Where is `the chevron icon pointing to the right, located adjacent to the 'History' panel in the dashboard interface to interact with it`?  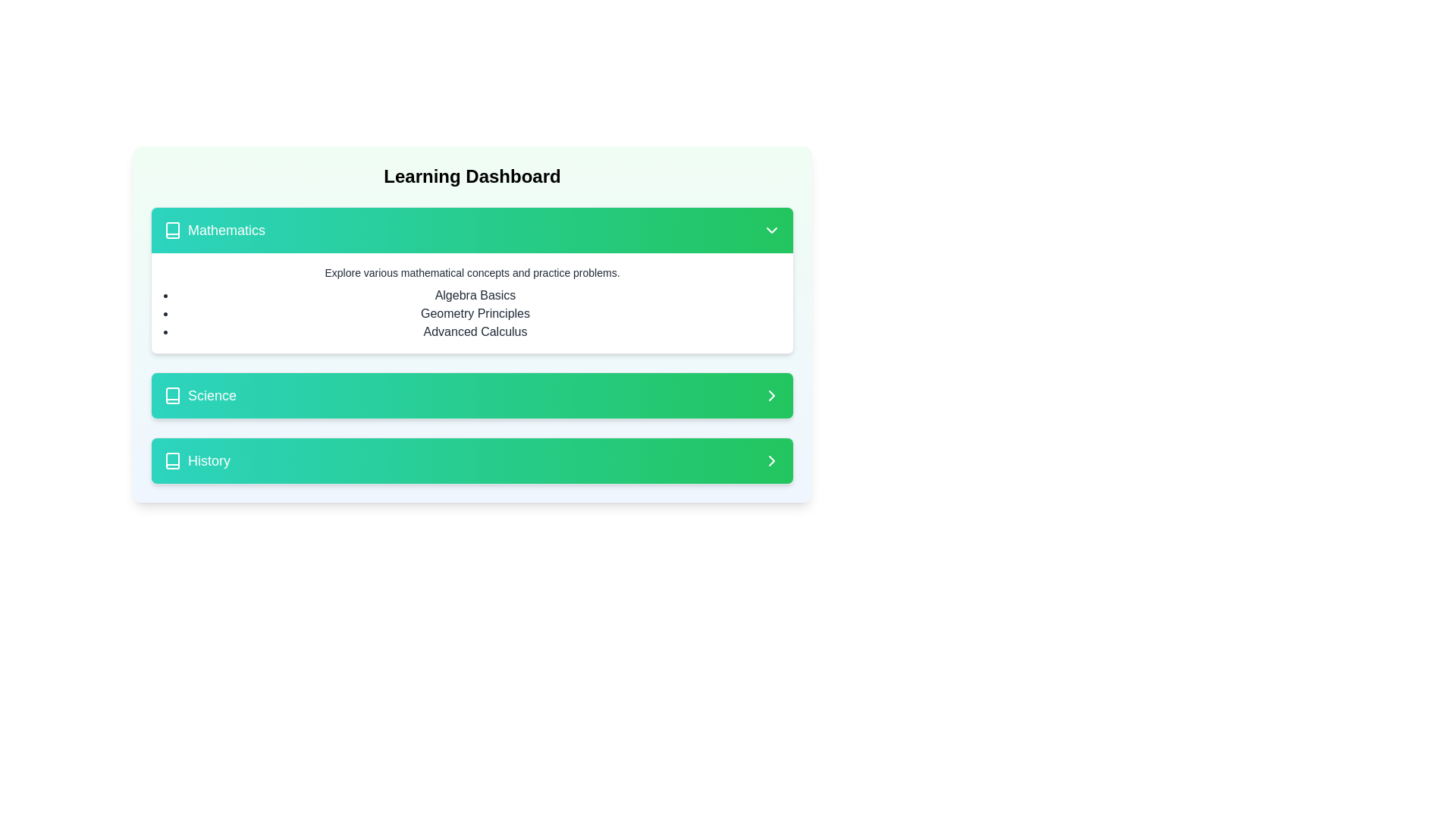 the chevron icon pointing to the right, located adjacent to the 'History' panel in the dashboard interface to interact with it is located at coordinates (771, 394).